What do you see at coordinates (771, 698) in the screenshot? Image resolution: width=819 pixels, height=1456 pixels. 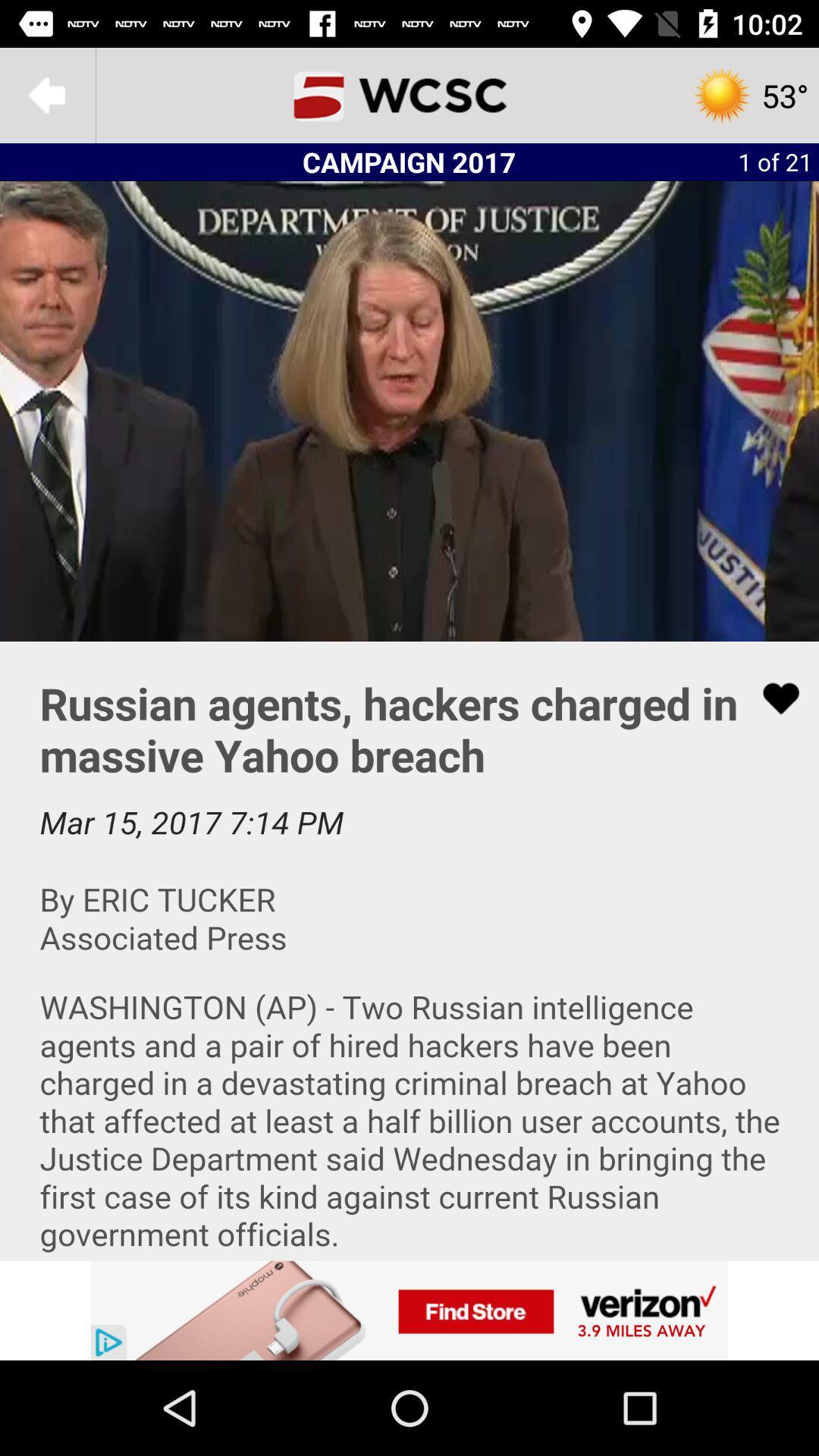 I see `selecting favorite option` at bounding box center [771, 698].